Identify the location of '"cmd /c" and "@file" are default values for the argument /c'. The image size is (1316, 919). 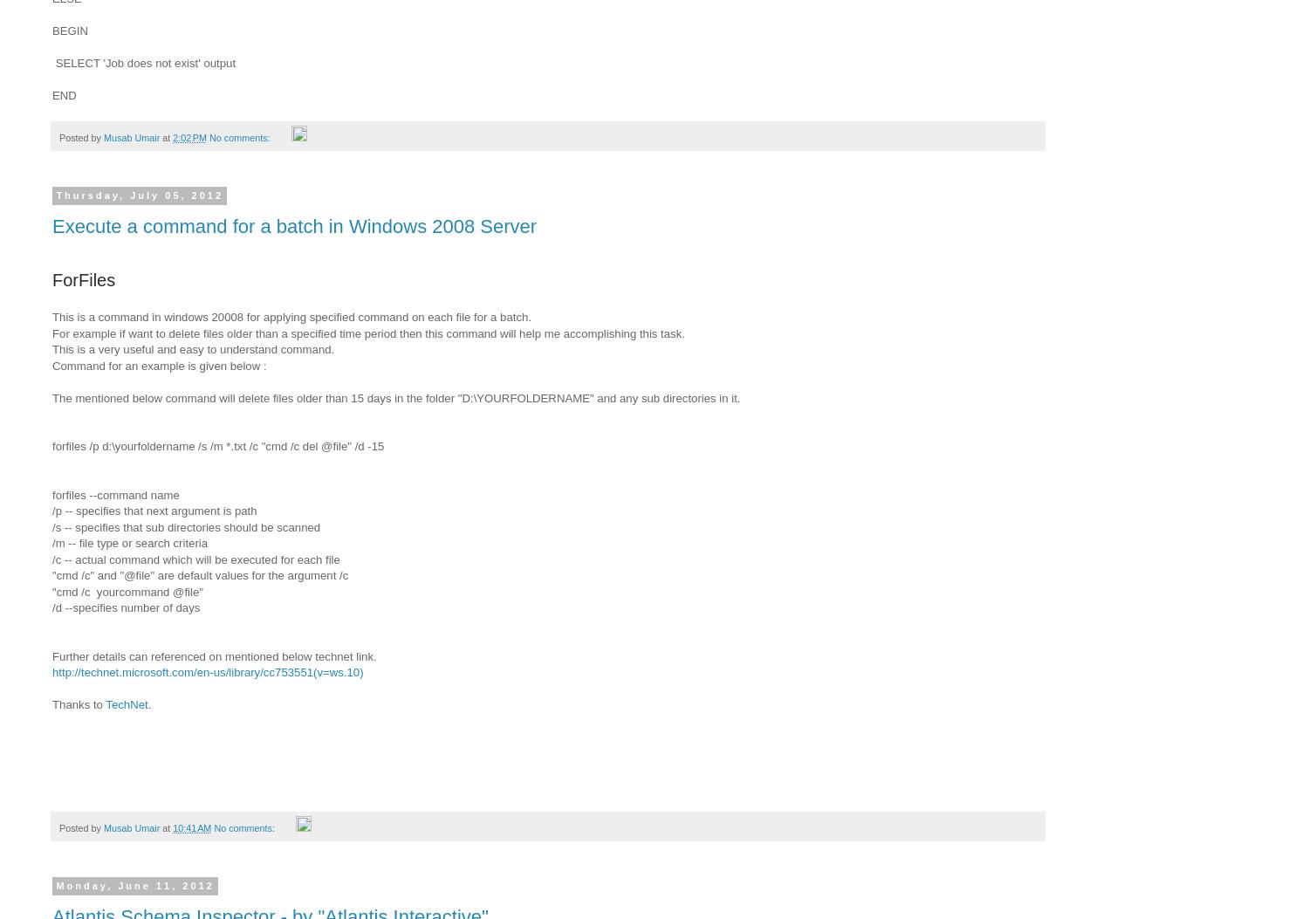
(199, 574).